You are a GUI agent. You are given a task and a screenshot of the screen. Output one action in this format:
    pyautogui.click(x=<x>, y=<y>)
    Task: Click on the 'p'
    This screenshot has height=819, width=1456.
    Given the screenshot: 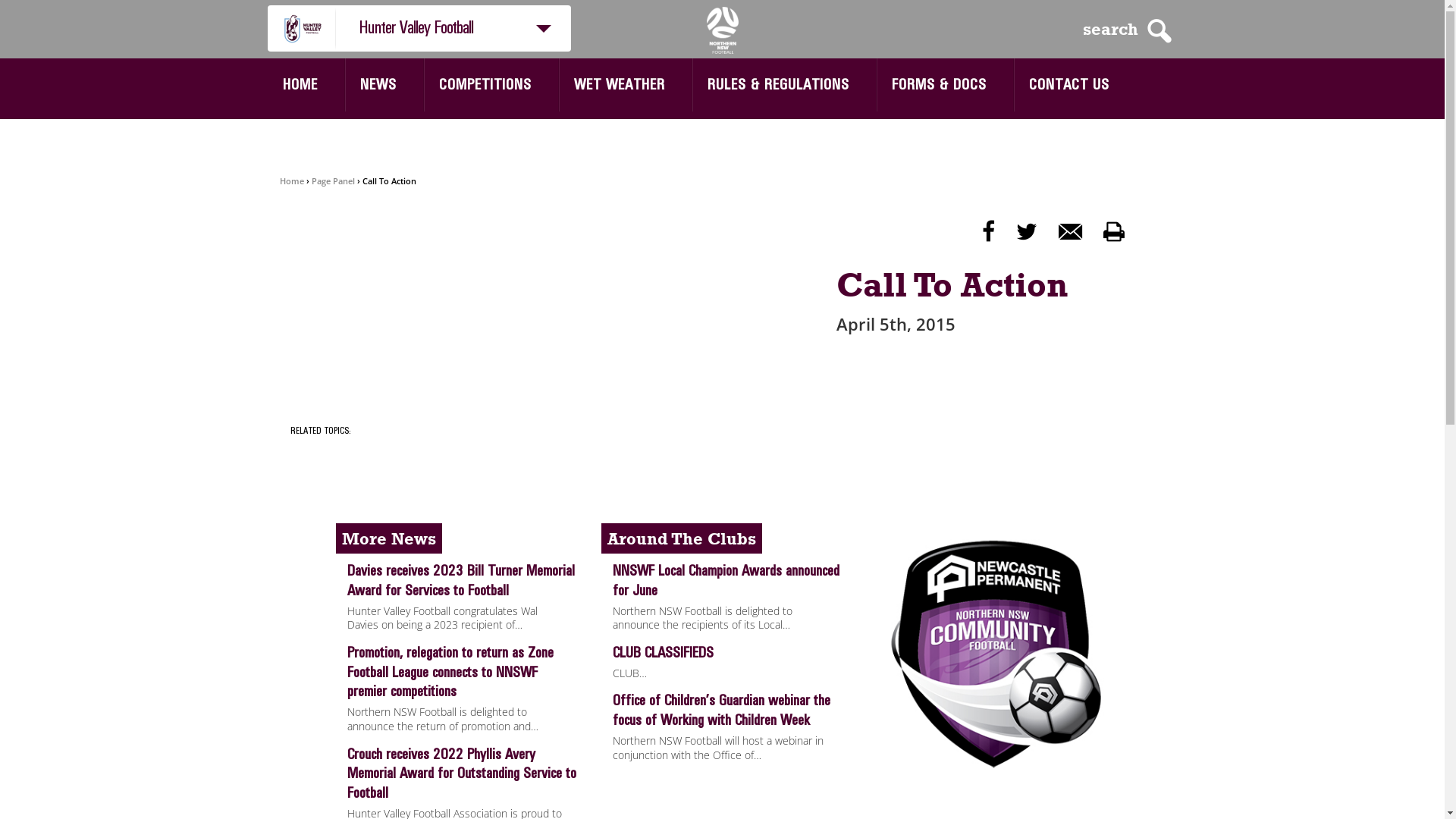 What is the action you would take?
    pyautogui.click(x=1113, y=231)
    